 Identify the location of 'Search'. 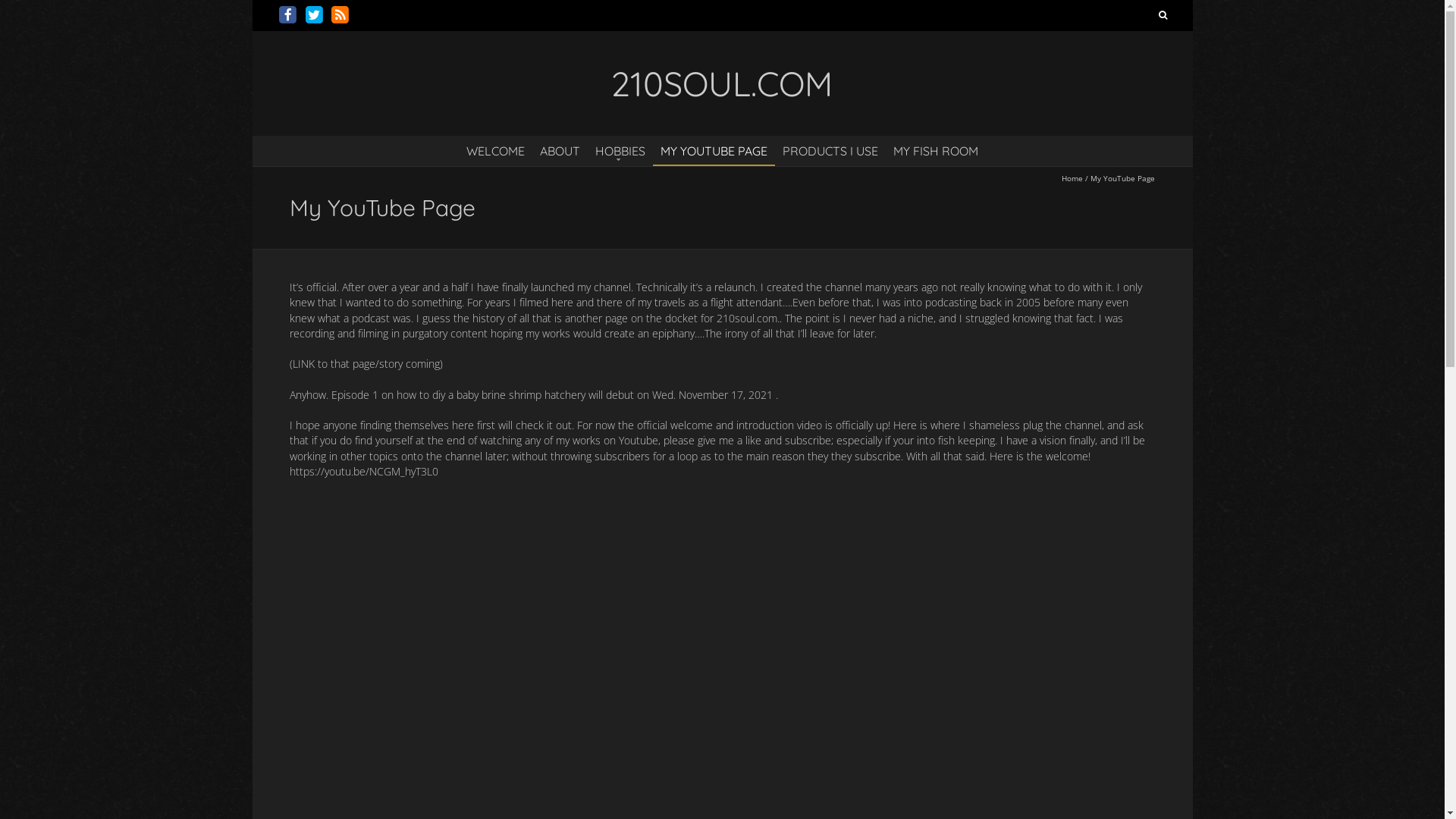
(1161, 14).